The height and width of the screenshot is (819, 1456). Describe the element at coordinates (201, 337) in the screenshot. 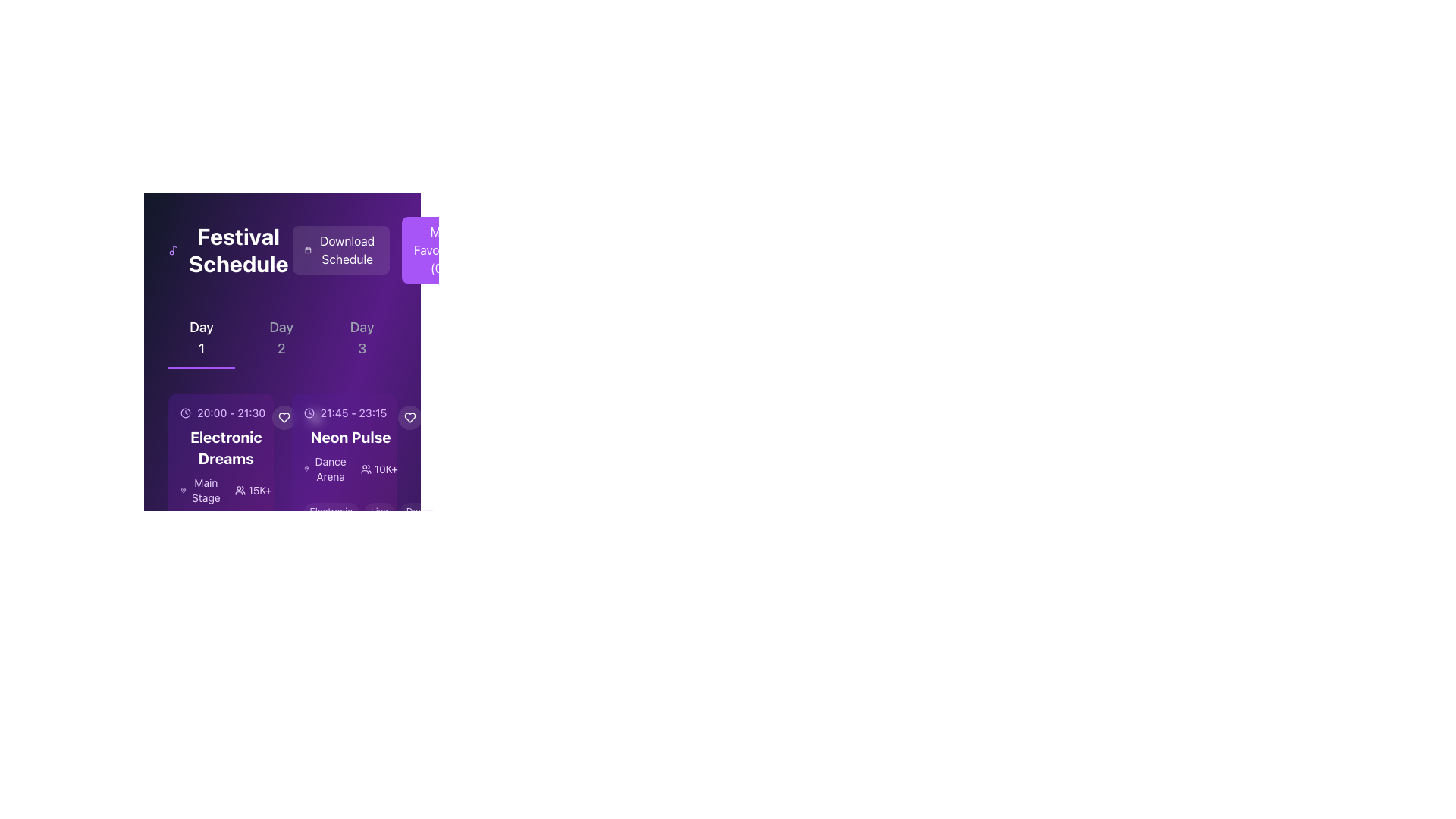

I see `the 'Day 1' button, which is the first button among three horizontal buttons labeled 'Day 1', 'Day 2', and 'Day 3', located below the 'Festival Schedule' section title` at that location.